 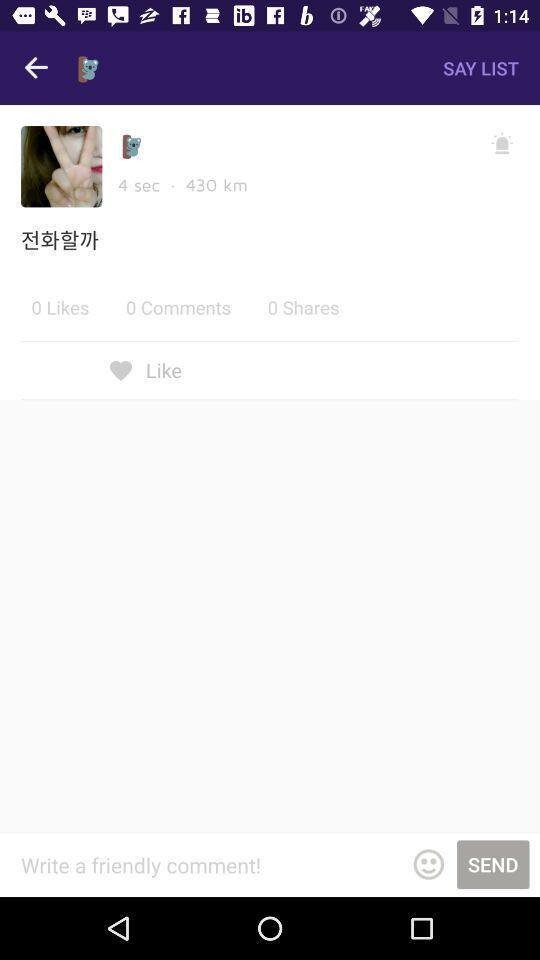 What do you see at coordinates (36, 68) in the screenshot?
I see `the arrow_backward icon` at bounding box center [36, 68].